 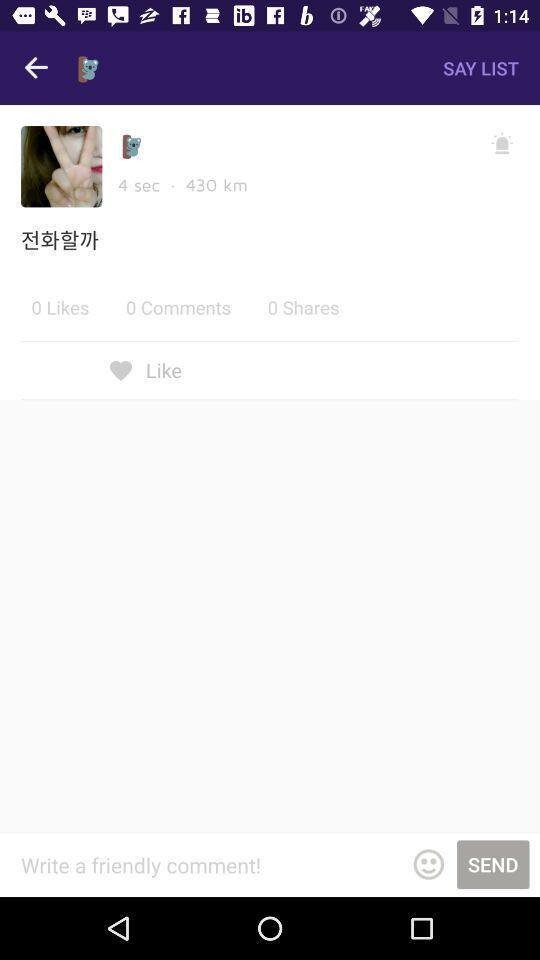 What do you see at coordinates (36, 68) in the screenshot?
I see `the arrow_backward icon` at bounding box center [36, 68].